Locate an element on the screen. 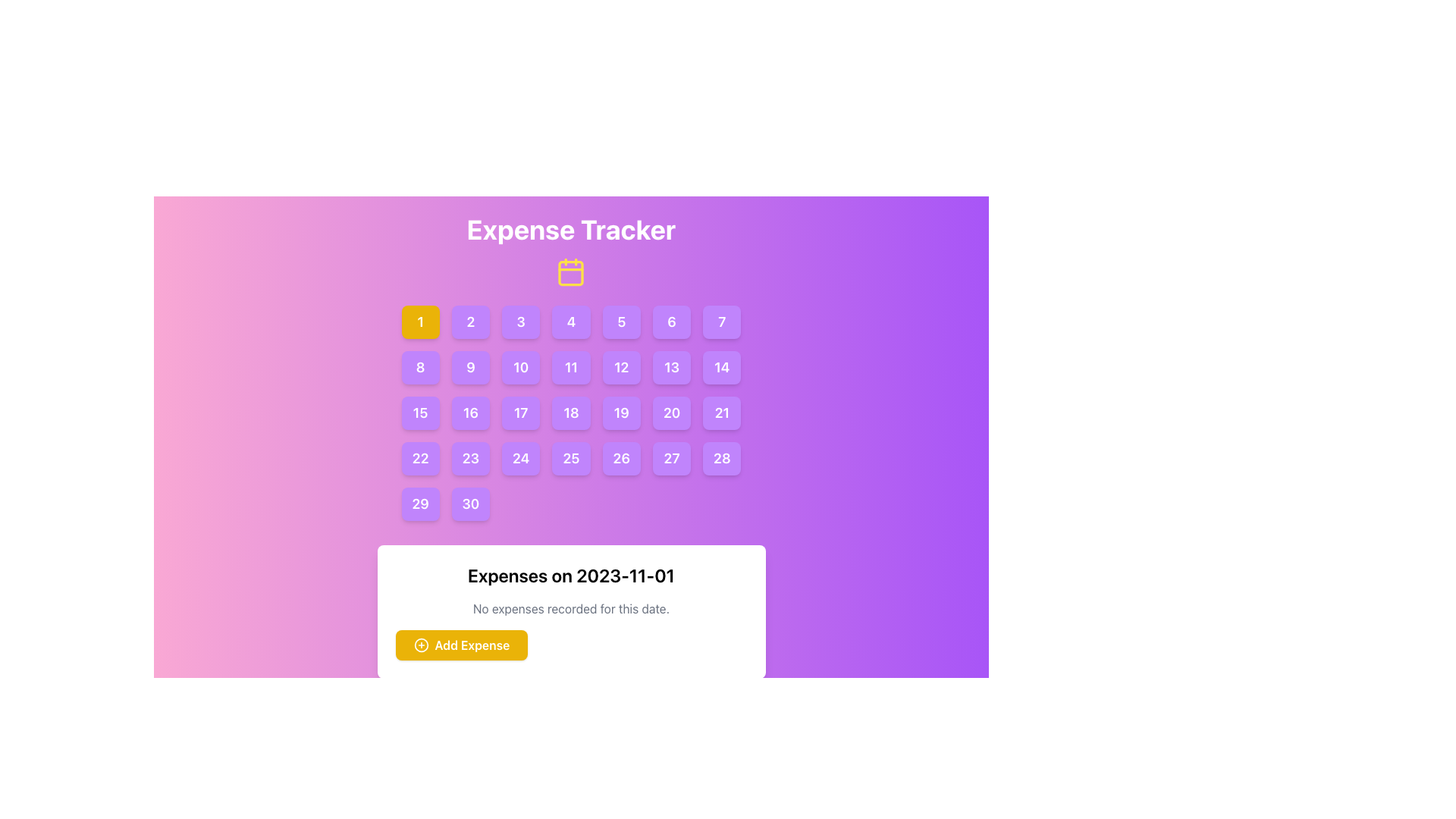  the square button with rounded corners and a purple background that contains the number '19' in white, located in the third row and fifth column of the calendar grid under the 'Expense Tracker' title is located at coordinates (621, 413).